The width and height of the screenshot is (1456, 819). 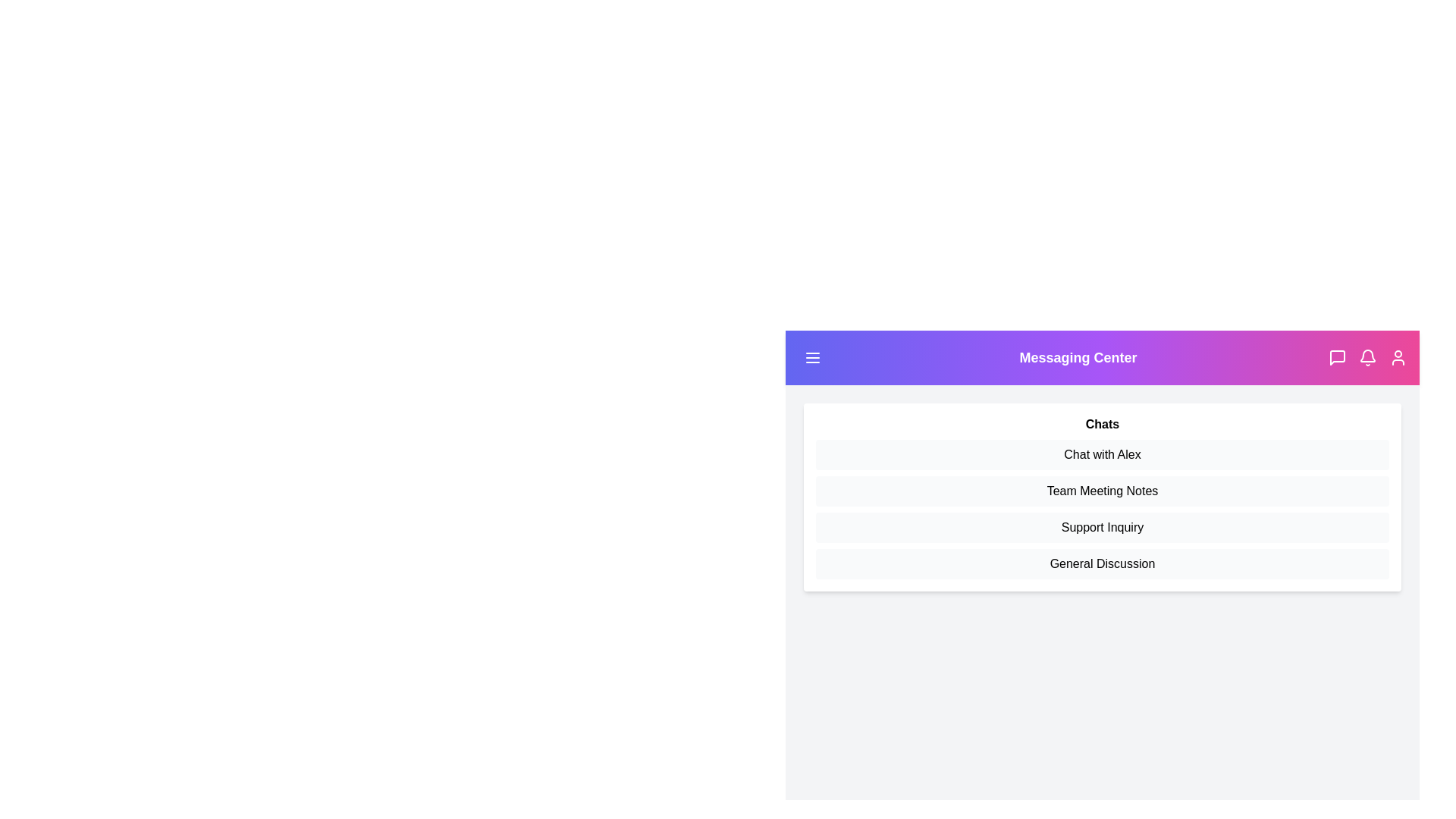 What do you see at coordinates (1368, 357) in the screenshot?
I see `the notification bell icon in the top-right corner` at bounding box center [1368, 357].